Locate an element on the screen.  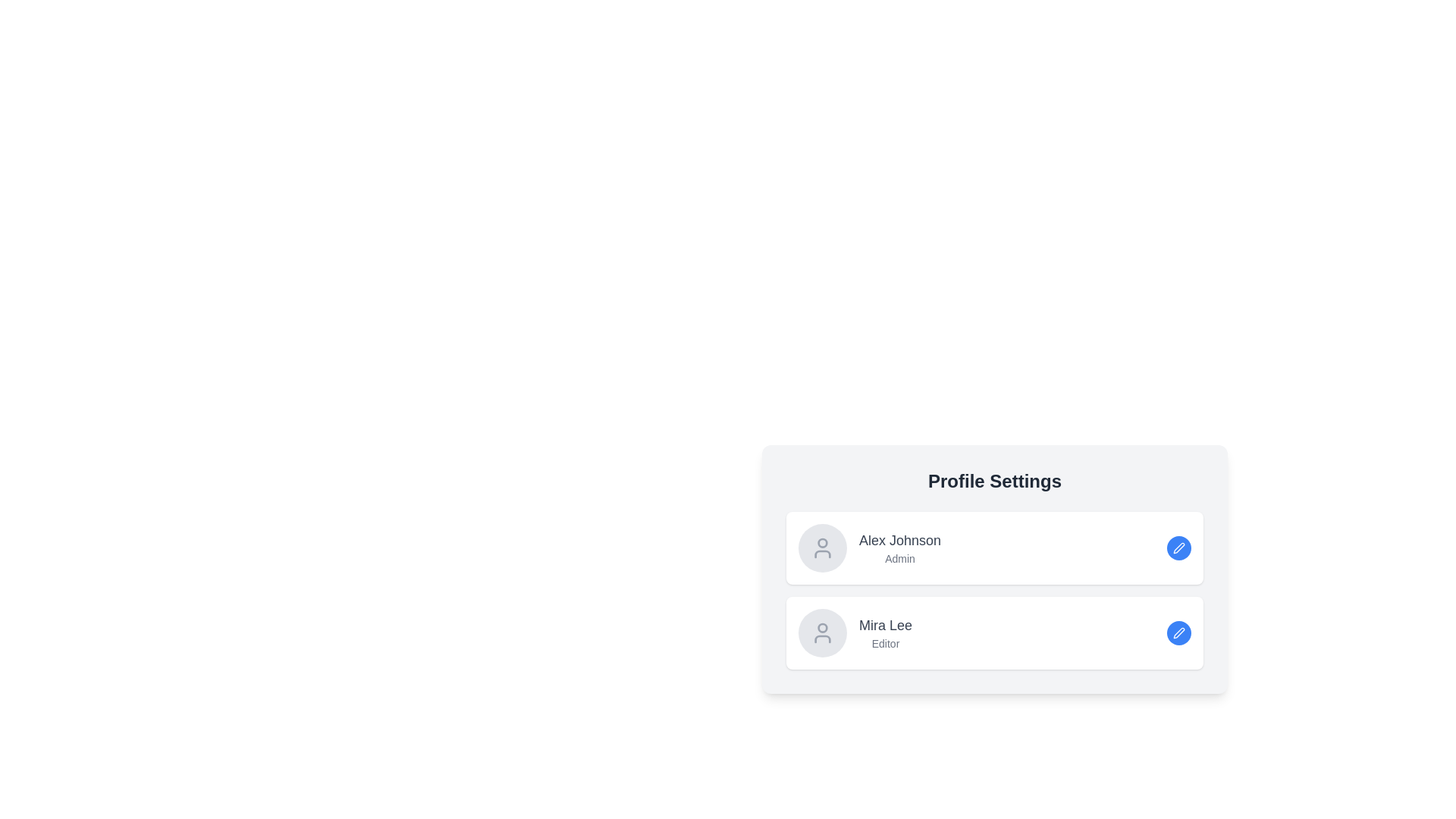
text label indicating the name of the user 'Mira Lee' located in the profile card under the 'Profile Settings' header is located at coordinates (885, 626).